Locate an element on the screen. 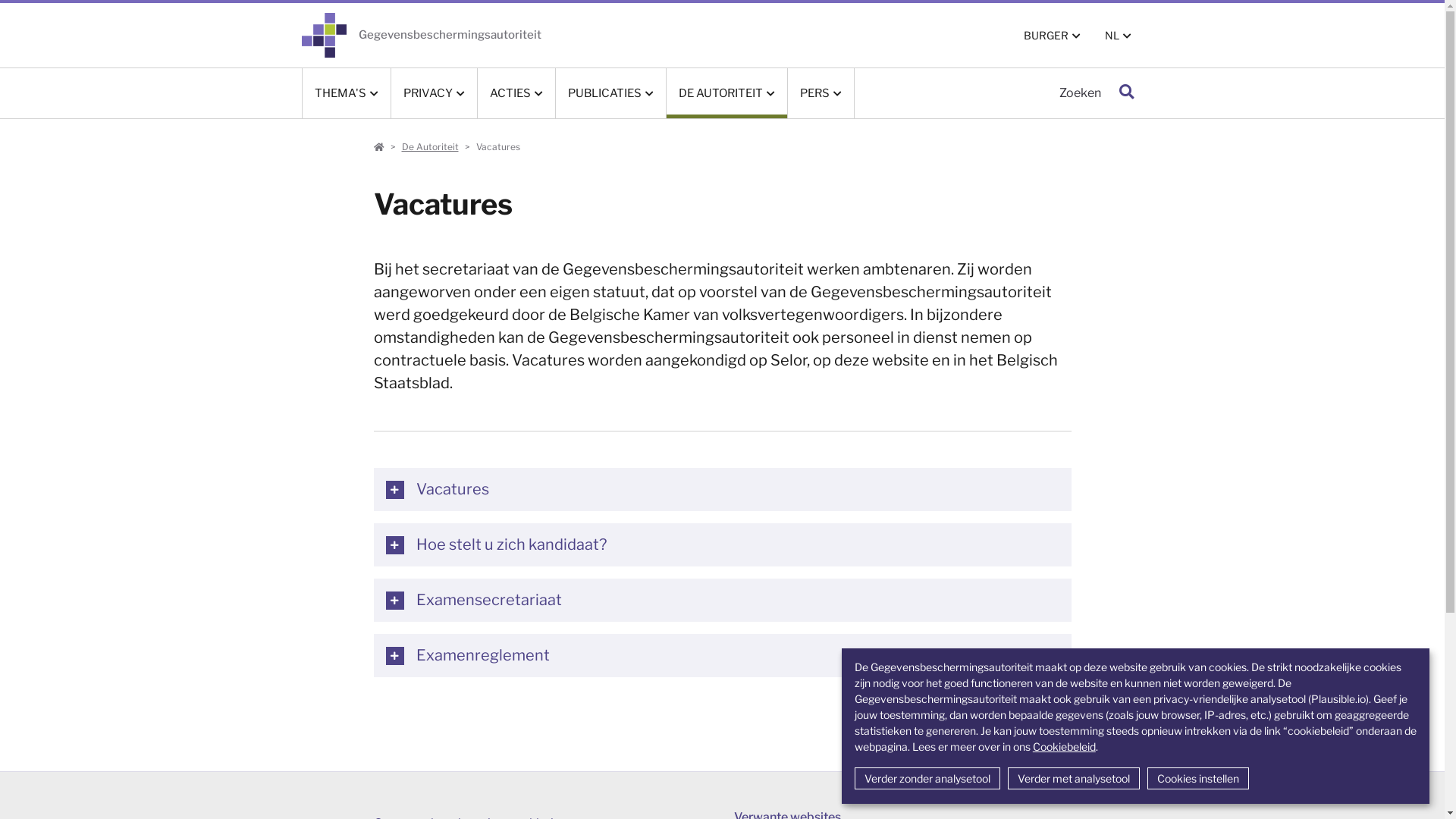  'BURGER' is located at coordinates (1051, 34).